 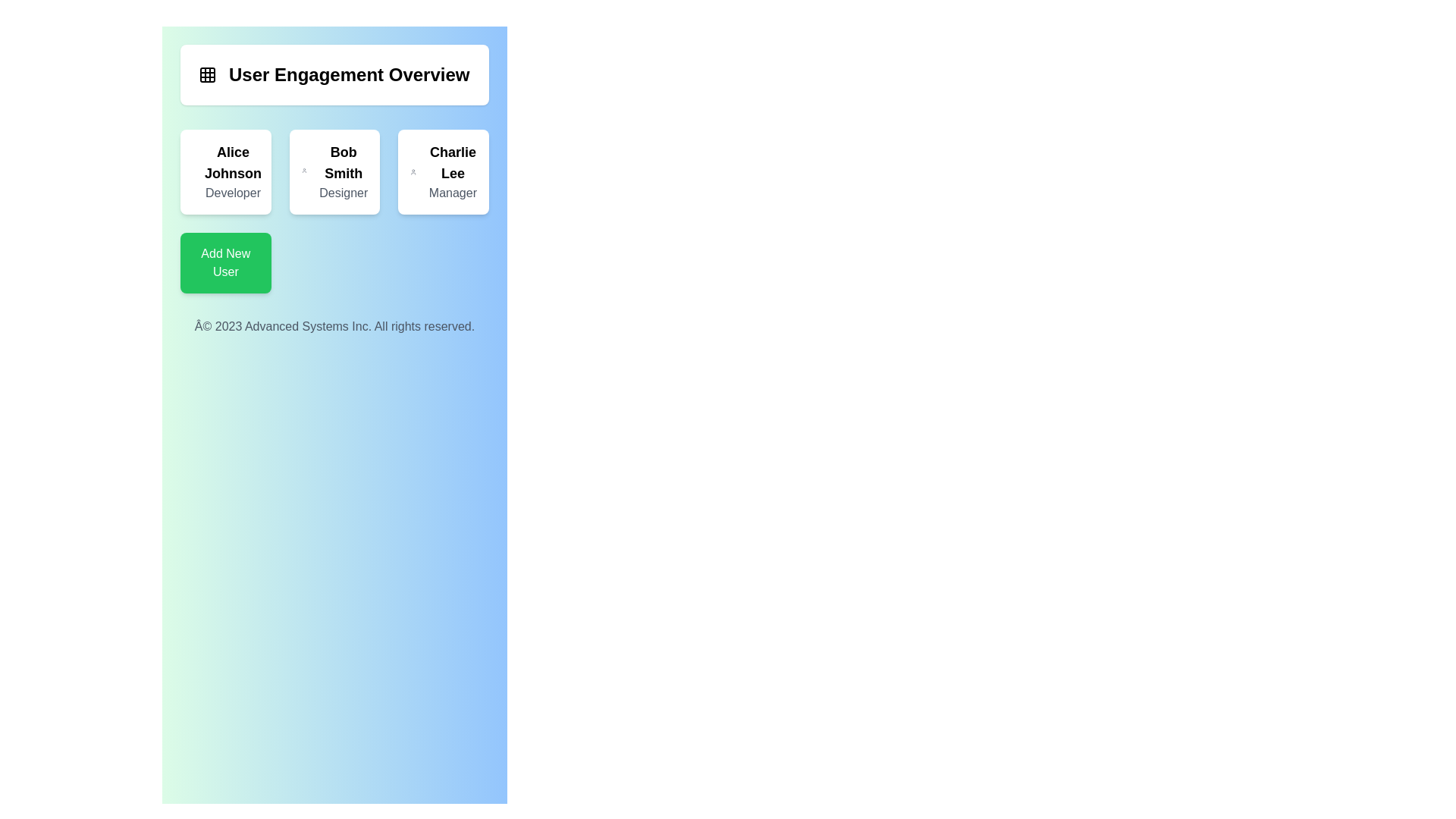 I want to click on text label 'Charlie Lee' which is bold and larger in font size, located in the top-right card of three horizontal cards under the 'User Engagement Overview' section, so click(x=452, y=163).